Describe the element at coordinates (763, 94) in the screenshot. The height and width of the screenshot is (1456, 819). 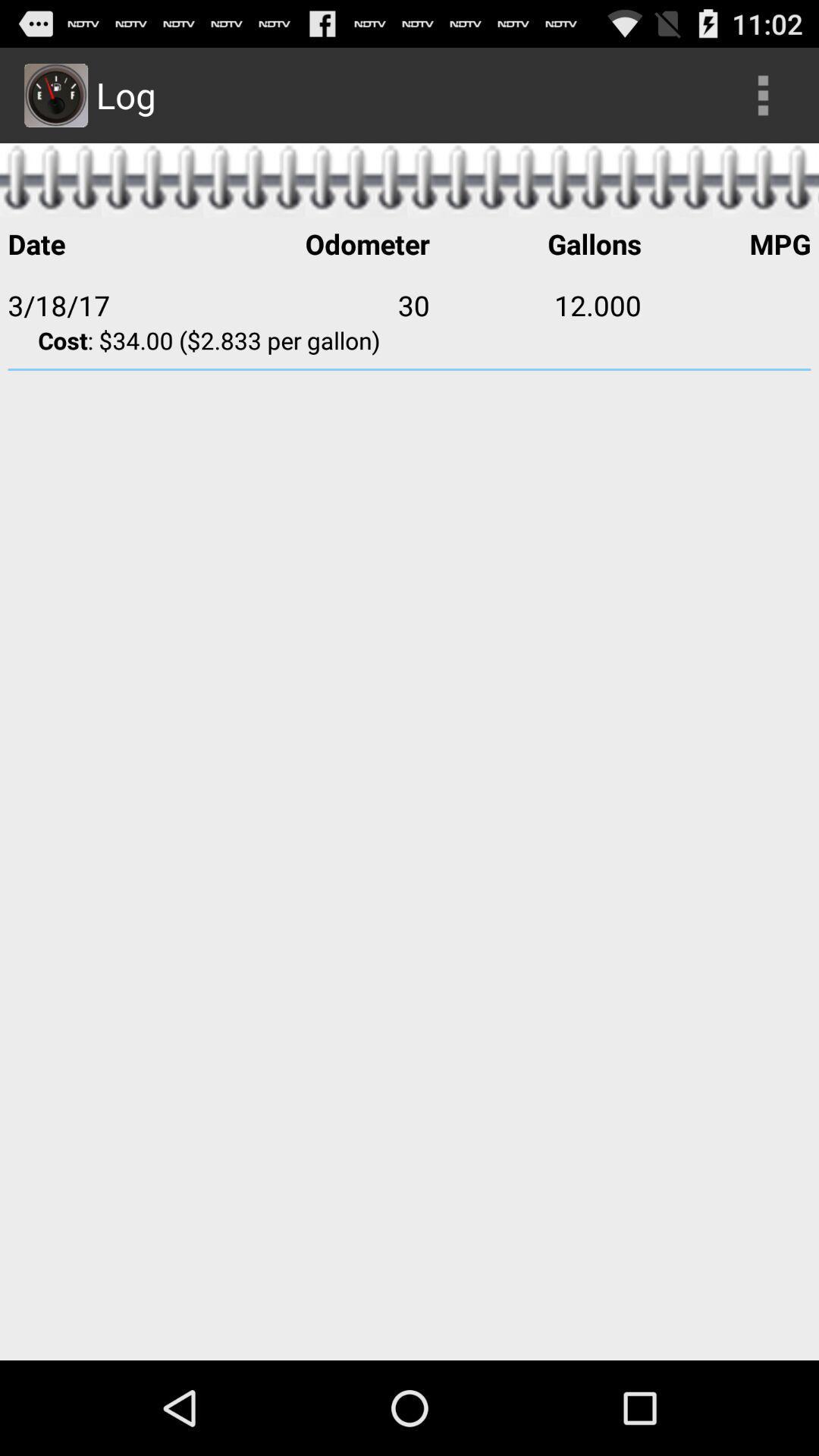
I see `the right icon in the first line` at that location.